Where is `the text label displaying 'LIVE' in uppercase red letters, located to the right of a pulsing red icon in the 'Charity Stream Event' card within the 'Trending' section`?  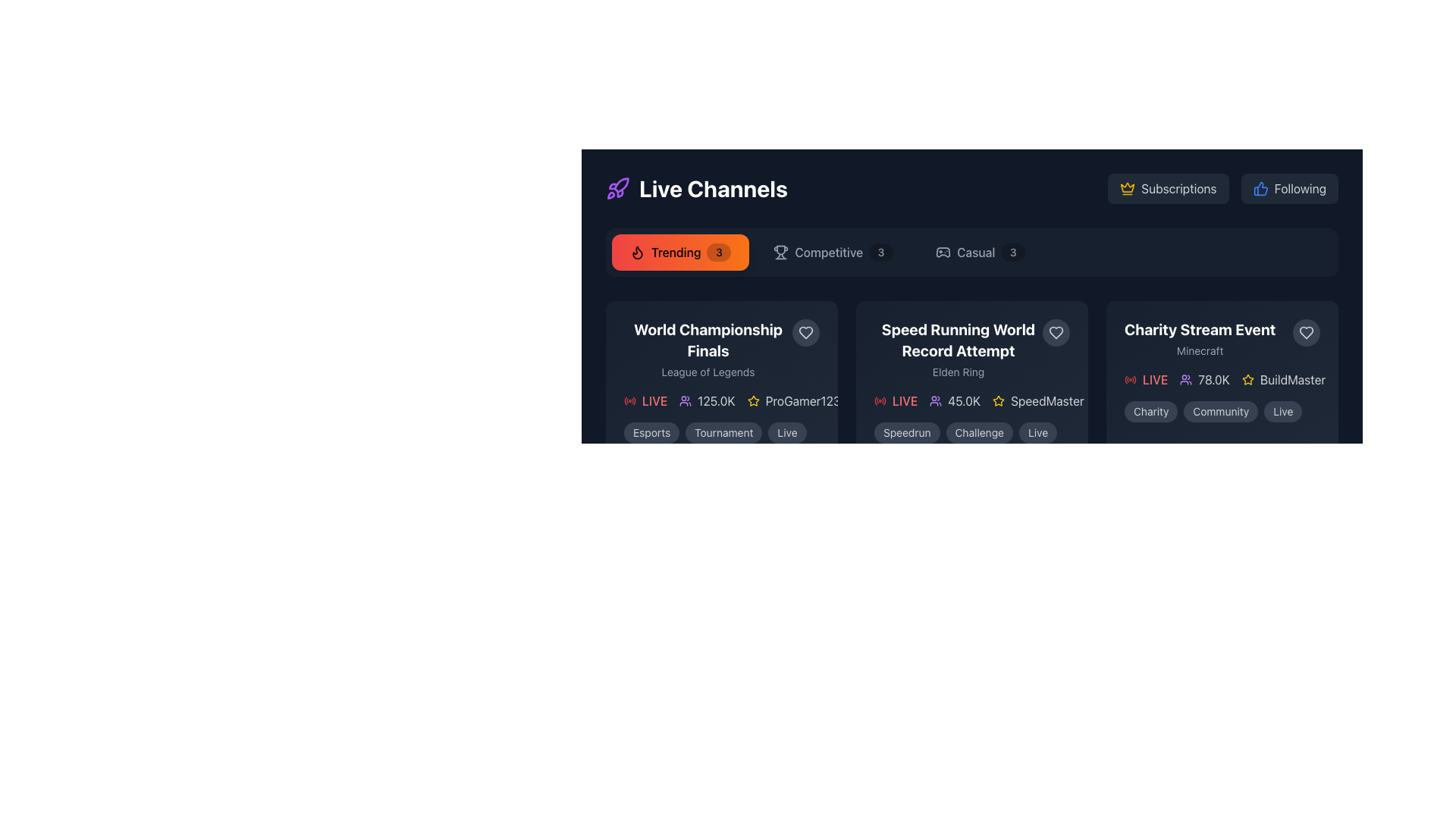
the text label displaying 'LIVE' in uppercase red letters, located to the right of a pulsing red icon in the 'Charity Stream Event' card within the 'Trending' section is located at coordinates (1154, 379).